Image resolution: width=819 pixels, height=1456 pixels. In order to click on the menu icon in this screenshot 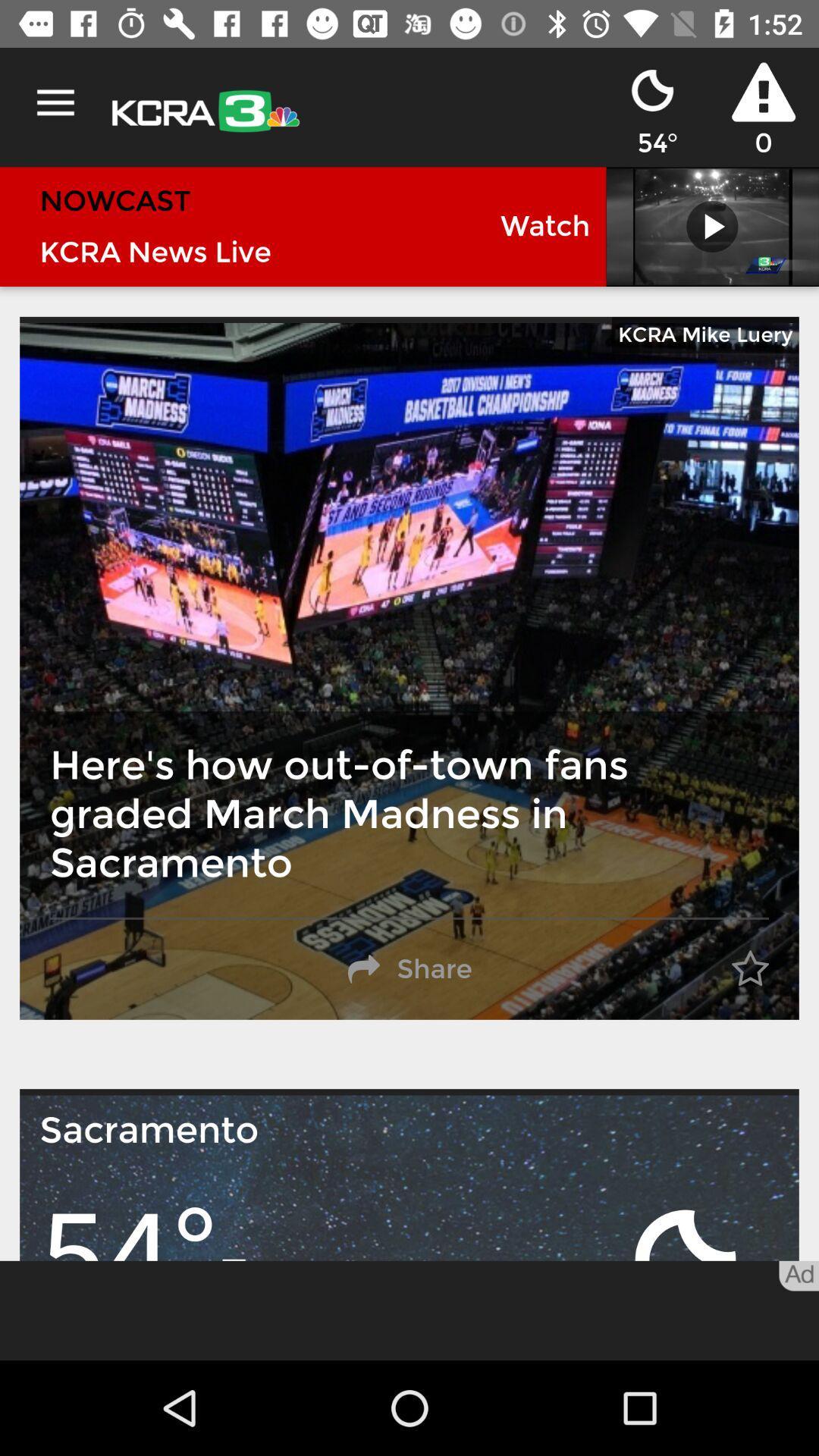, I will do `click(55, 102)`.